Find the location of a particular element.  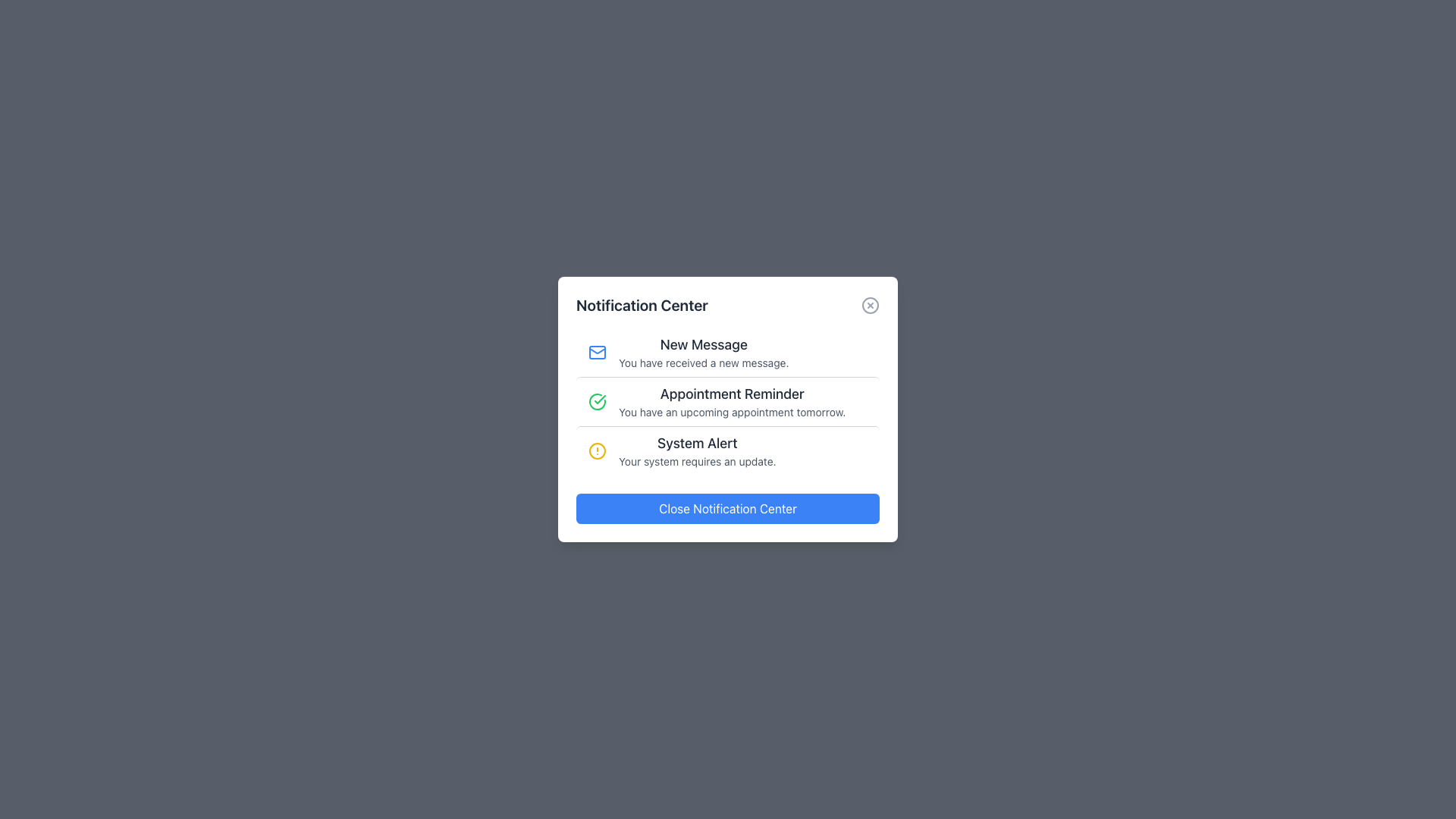

the second notification in the Notification Center that alerts users of an upcoming appointment tomorrow is located at coordinates (728, 400).